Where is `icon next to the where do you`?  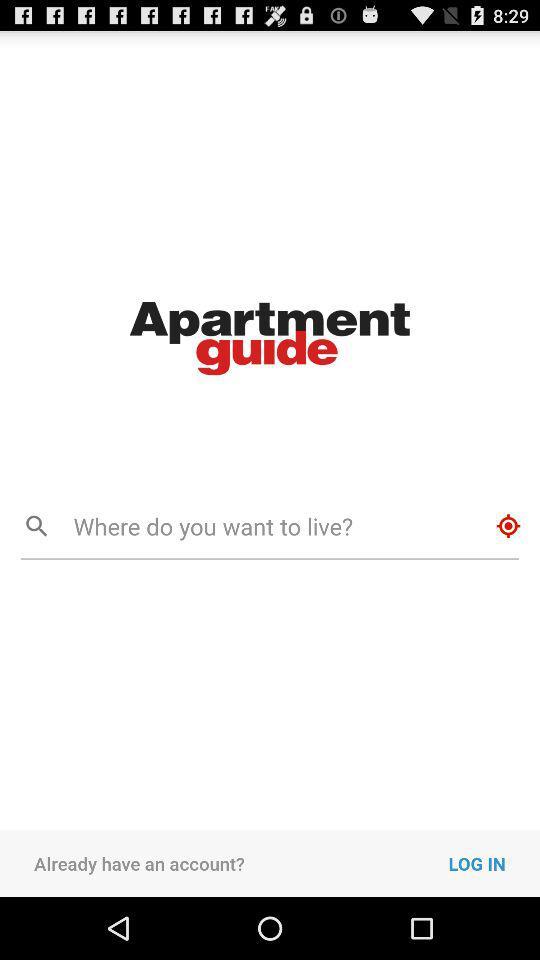 icon next to the where do you is located at coordinates (508, 525).